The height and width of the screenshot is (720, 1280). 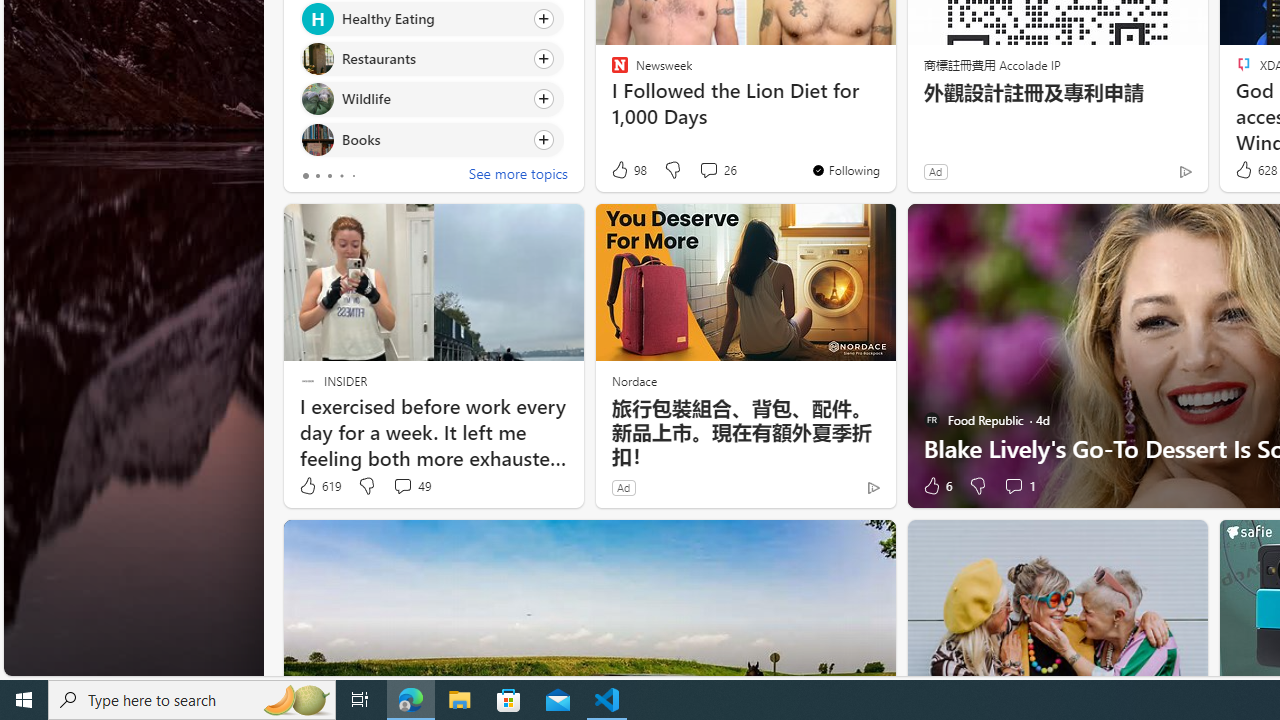 I want to click on '98 Like', so click(x=627, y=169).